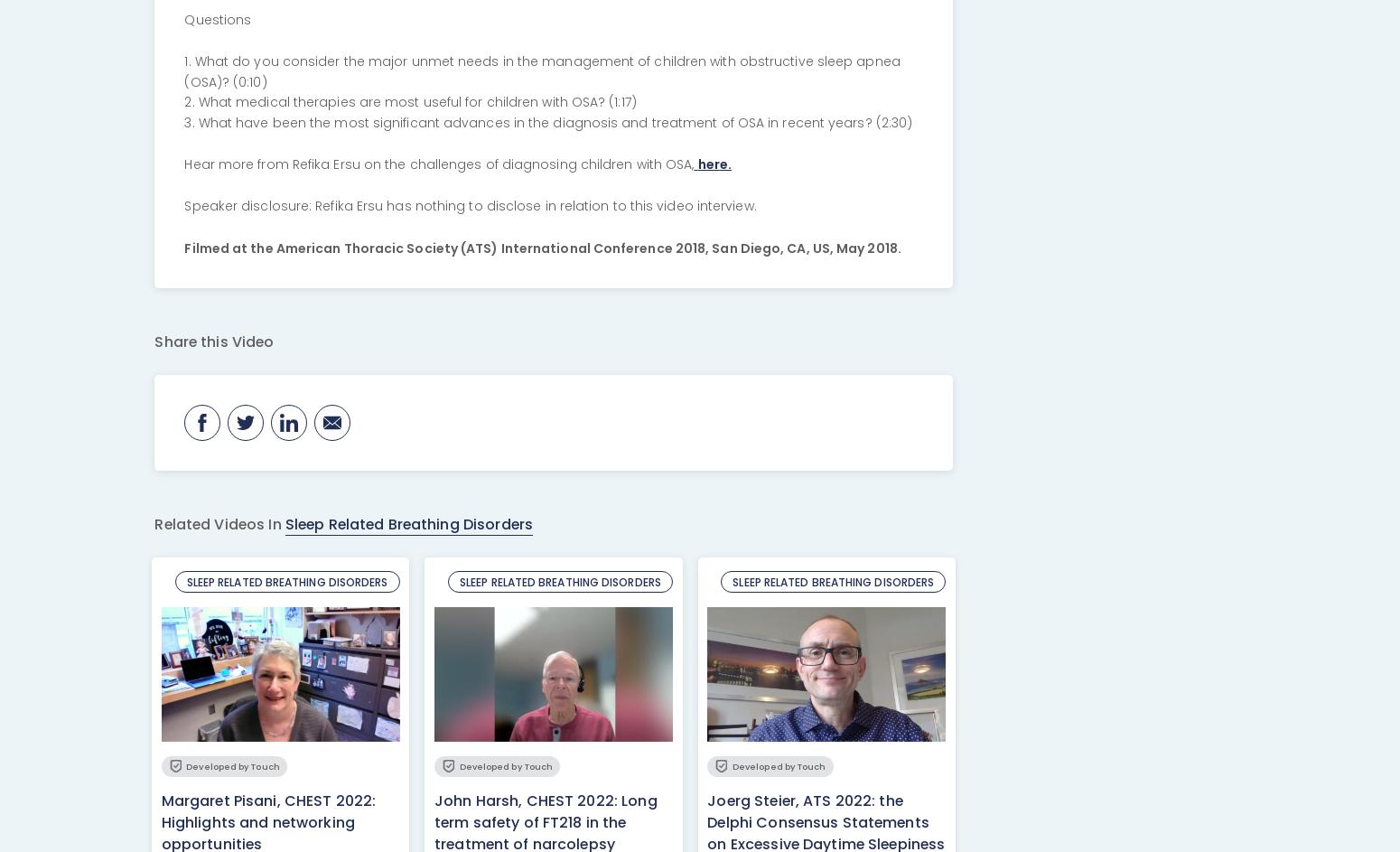 This screenshot has height=852, width=1400. What do you see at coordinates (699, 50) in the screenshot?
I see `'Copied to clipboard!'` at bounding box center [699, 50].